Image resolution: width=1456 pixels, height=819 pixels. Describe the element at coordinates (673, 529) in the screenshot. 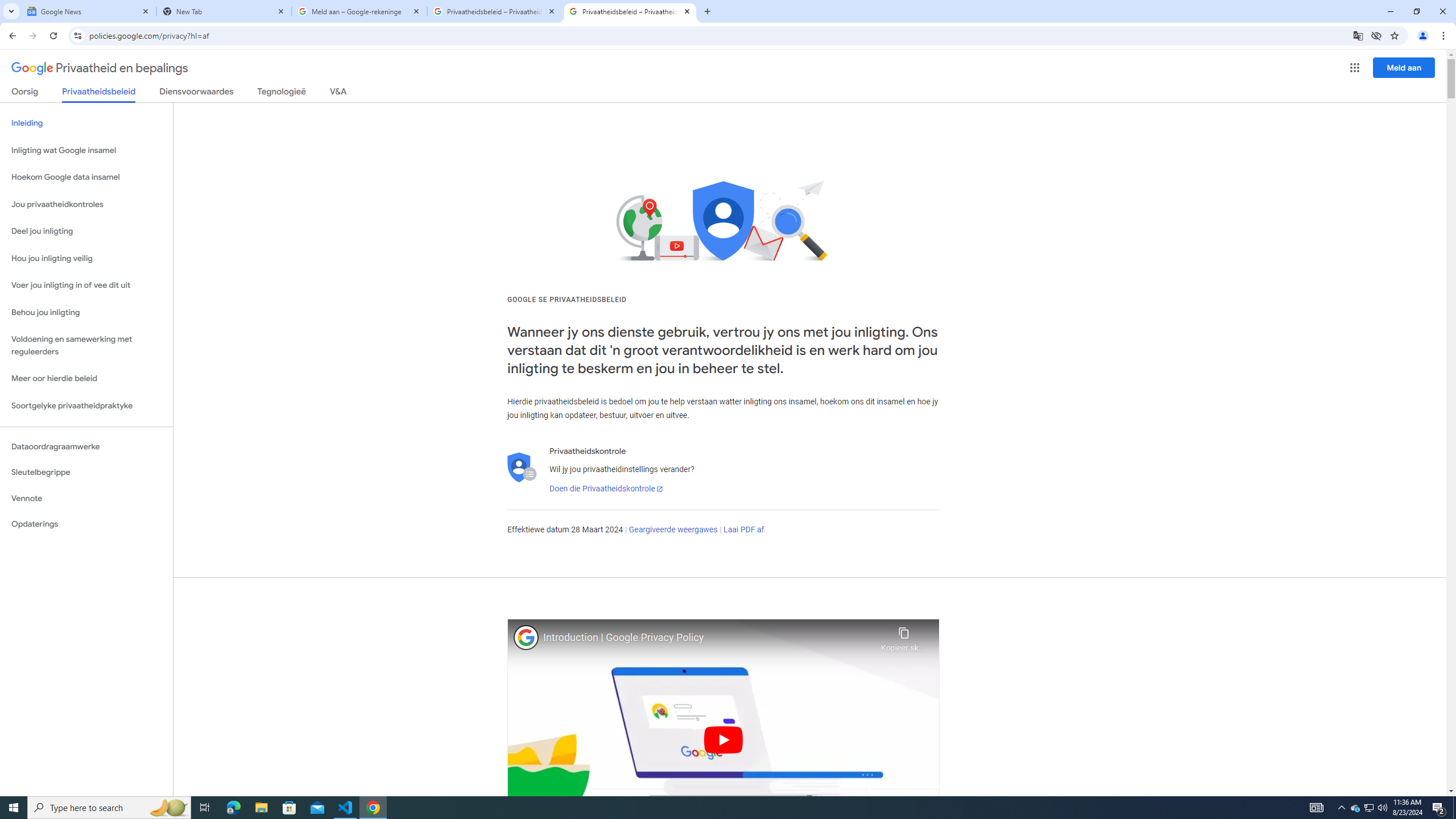

I see `'Geargiveerde weergawes'` at that location.